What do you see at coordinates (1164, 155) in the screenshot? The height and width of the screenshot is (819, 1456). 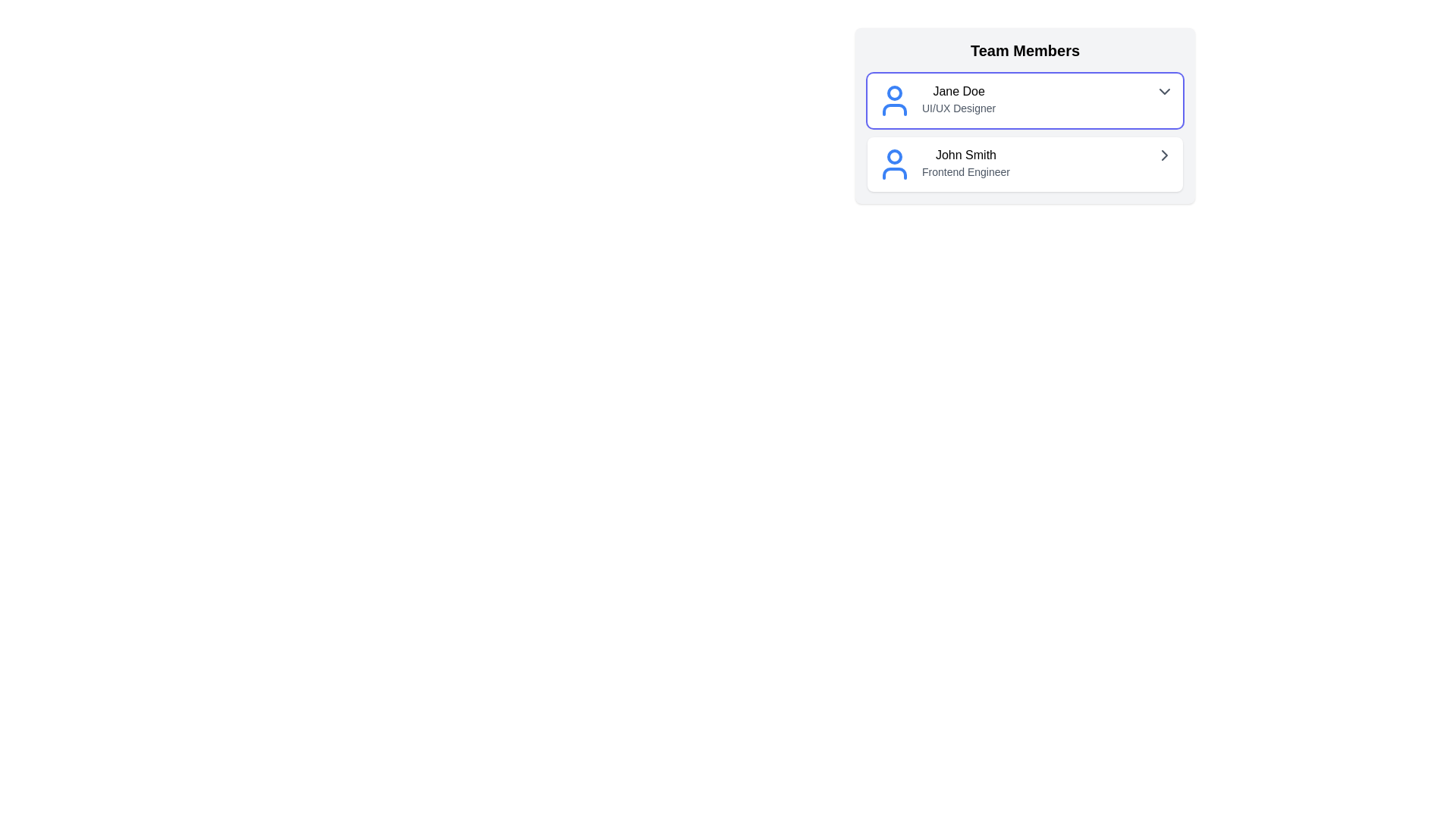 I see `the right-pointing chevron arrow icon associated with the second team member 'John Smith'` at bounding box center [1164, 155].